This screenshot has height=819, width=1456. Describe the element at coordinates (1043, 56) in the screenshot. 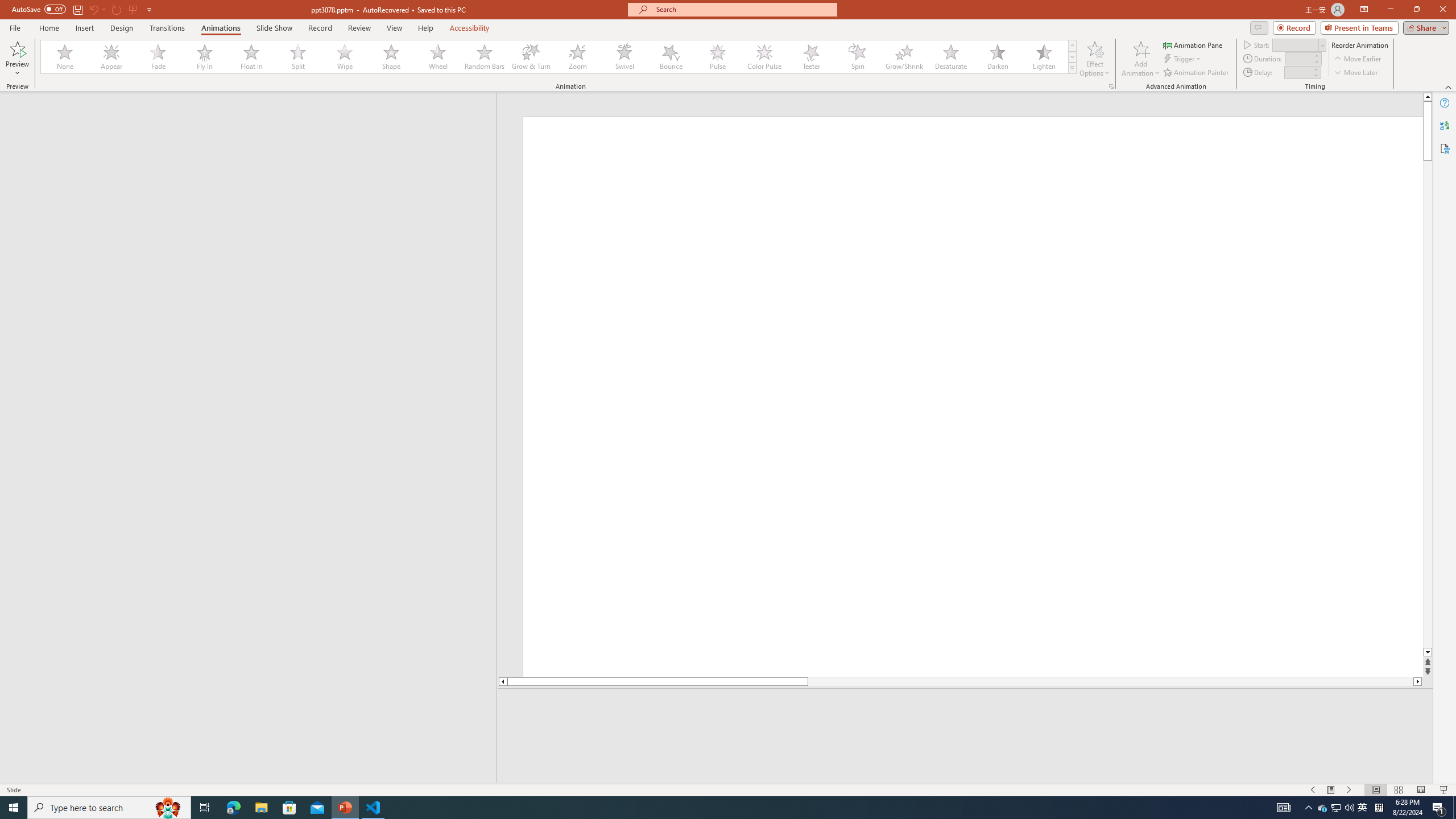

I see `'Lighten'` at that location.